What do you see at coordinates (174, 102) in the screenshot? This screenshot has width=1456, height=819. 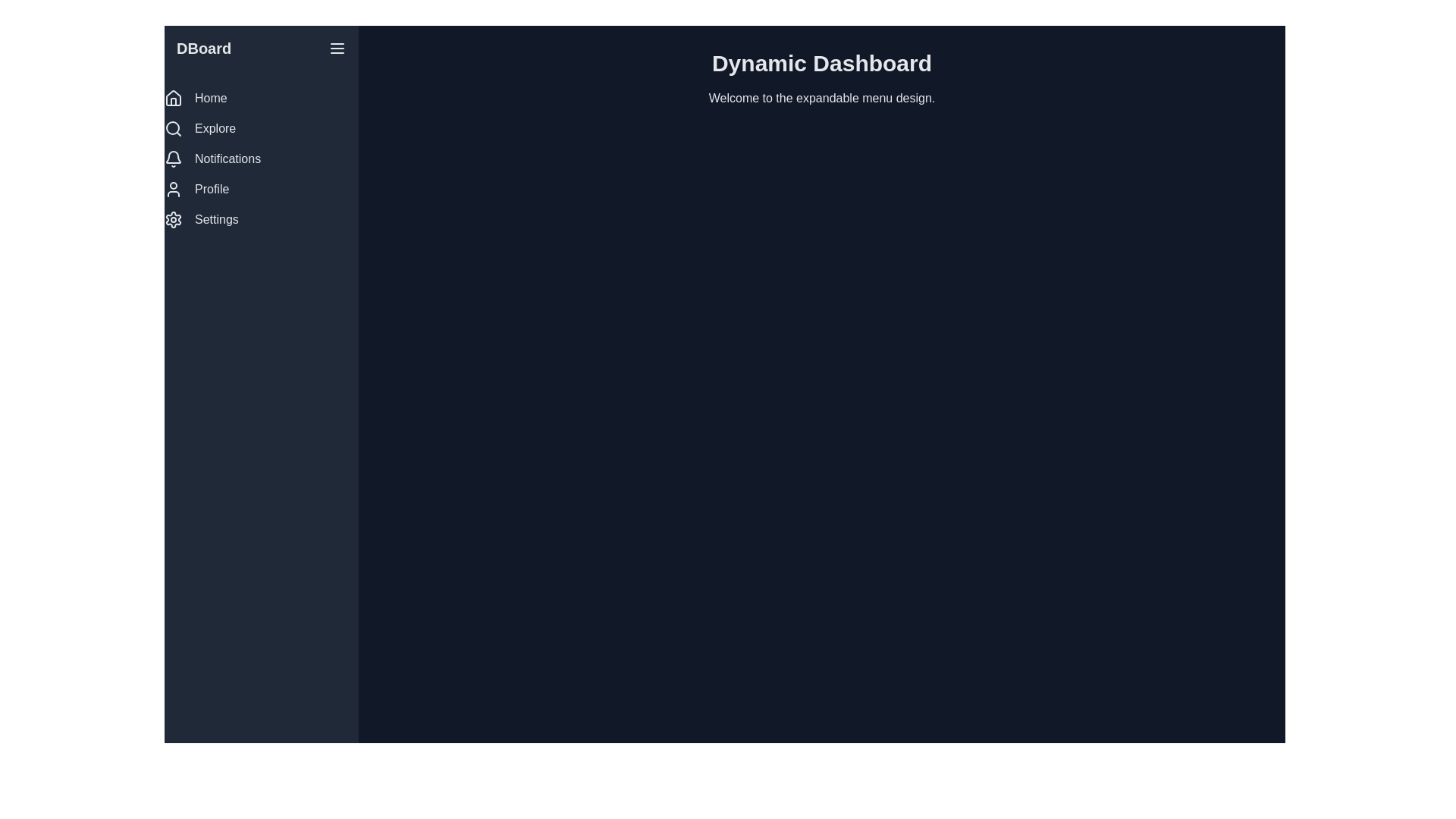 I see `the rectangular-shaped icon feature in the sidebar of the dashboard, which is styled with no fill and a stroke, located above 'Explore' and below 'DBoard'` at bounding box center [174, 102].